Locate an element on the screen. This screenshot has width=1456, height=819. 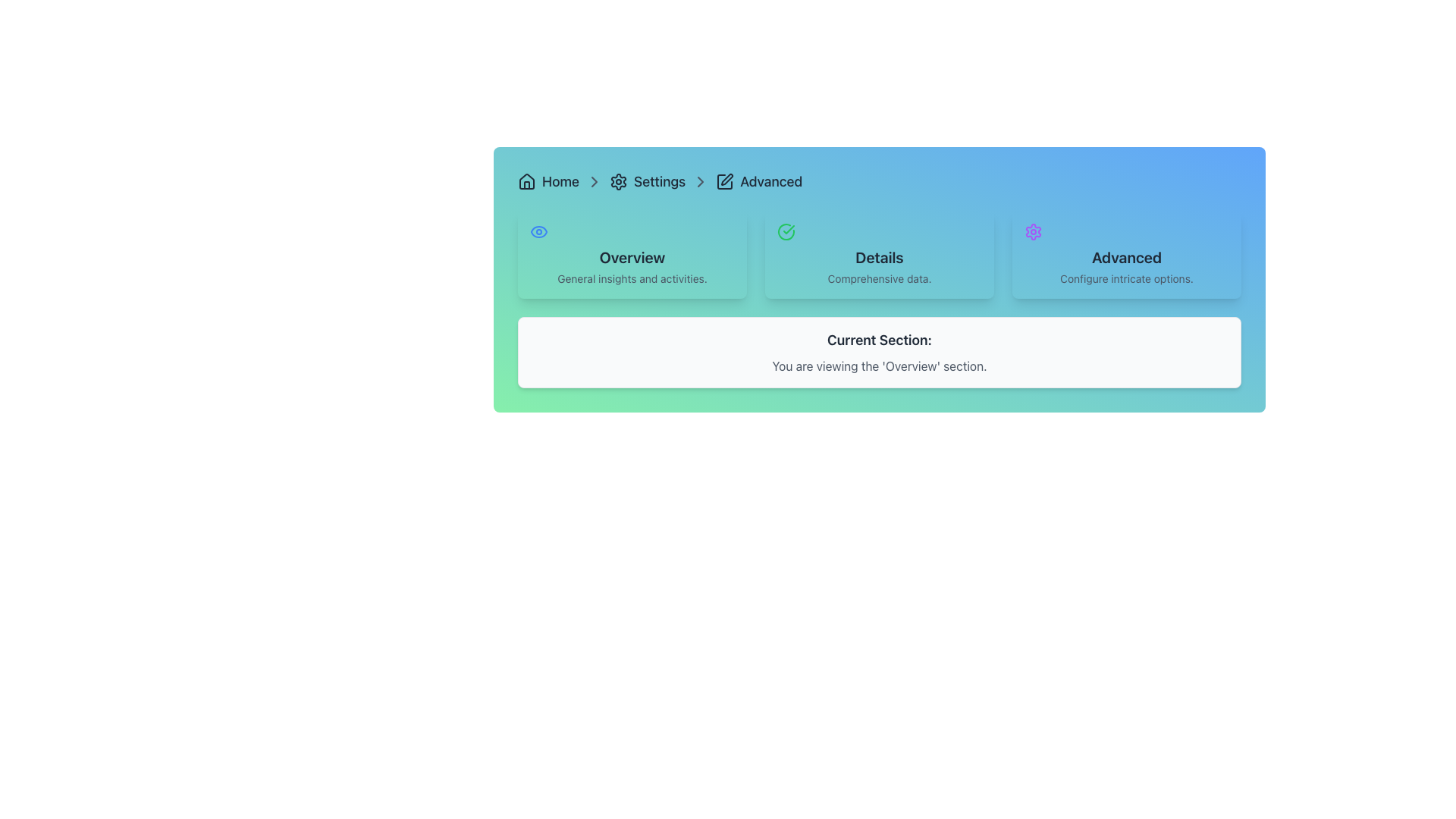
the 'Home' breadcrumb link, which is the first element in the breadcrumb navigation bar and features a house-shaped icon followed by the text 'Home' is located at coordinates (548, 180).